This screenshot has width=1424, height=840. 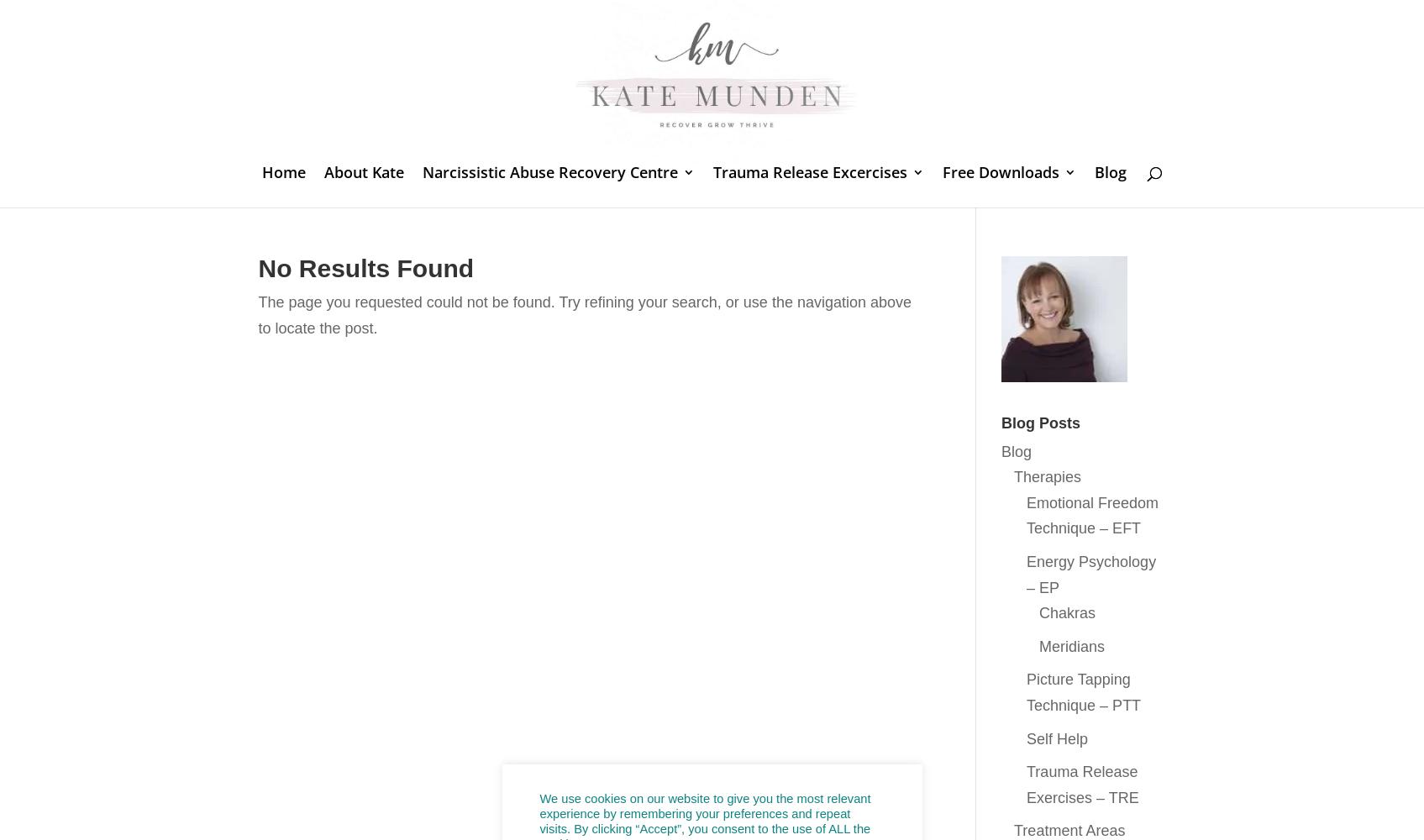 I want to click on 'Narcissistic Abuse Recovery Centre', so click(x=549, y=171).